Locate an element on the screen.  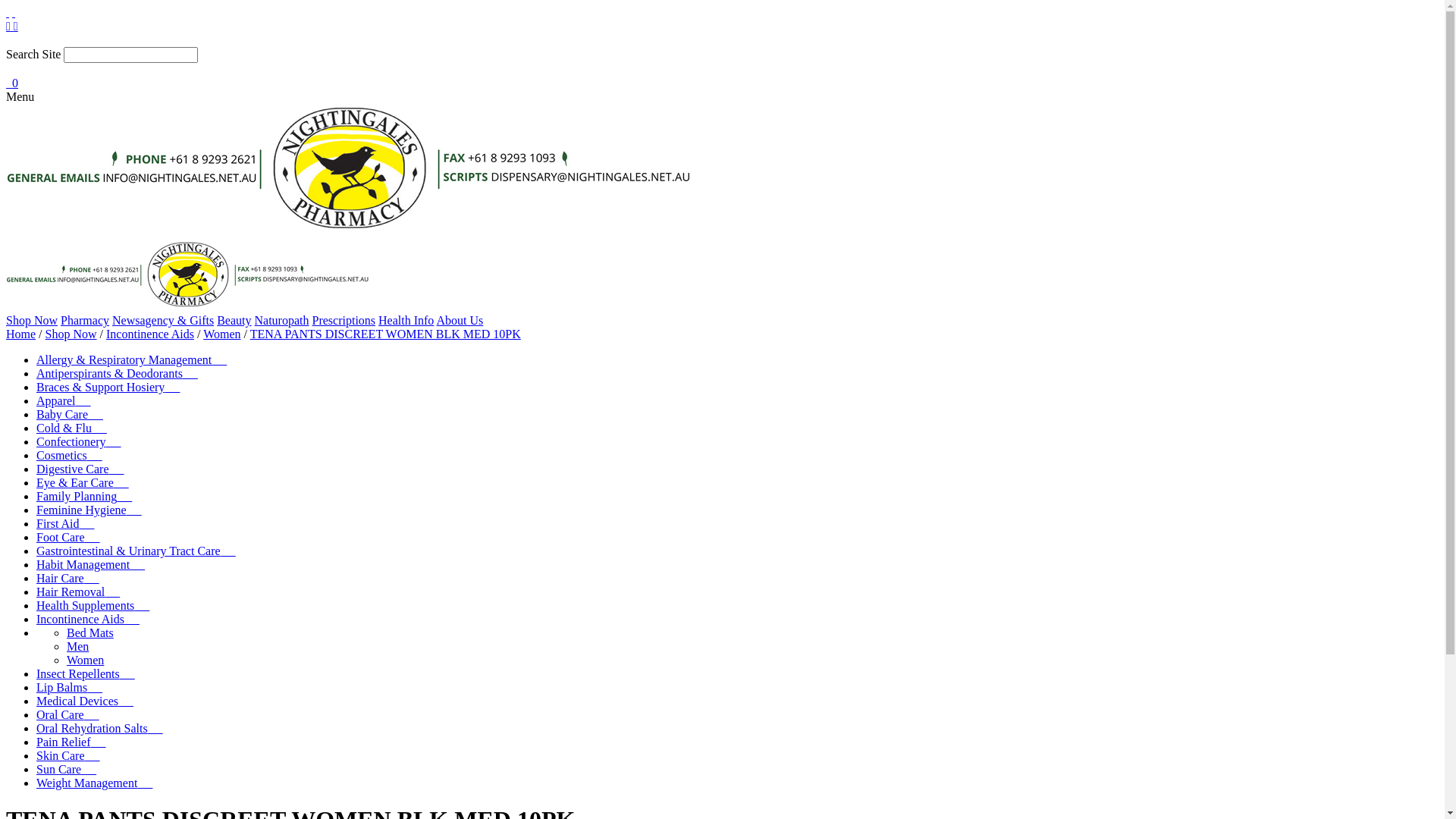
'Lip Balms     ' is located at coordinates (36, 687).